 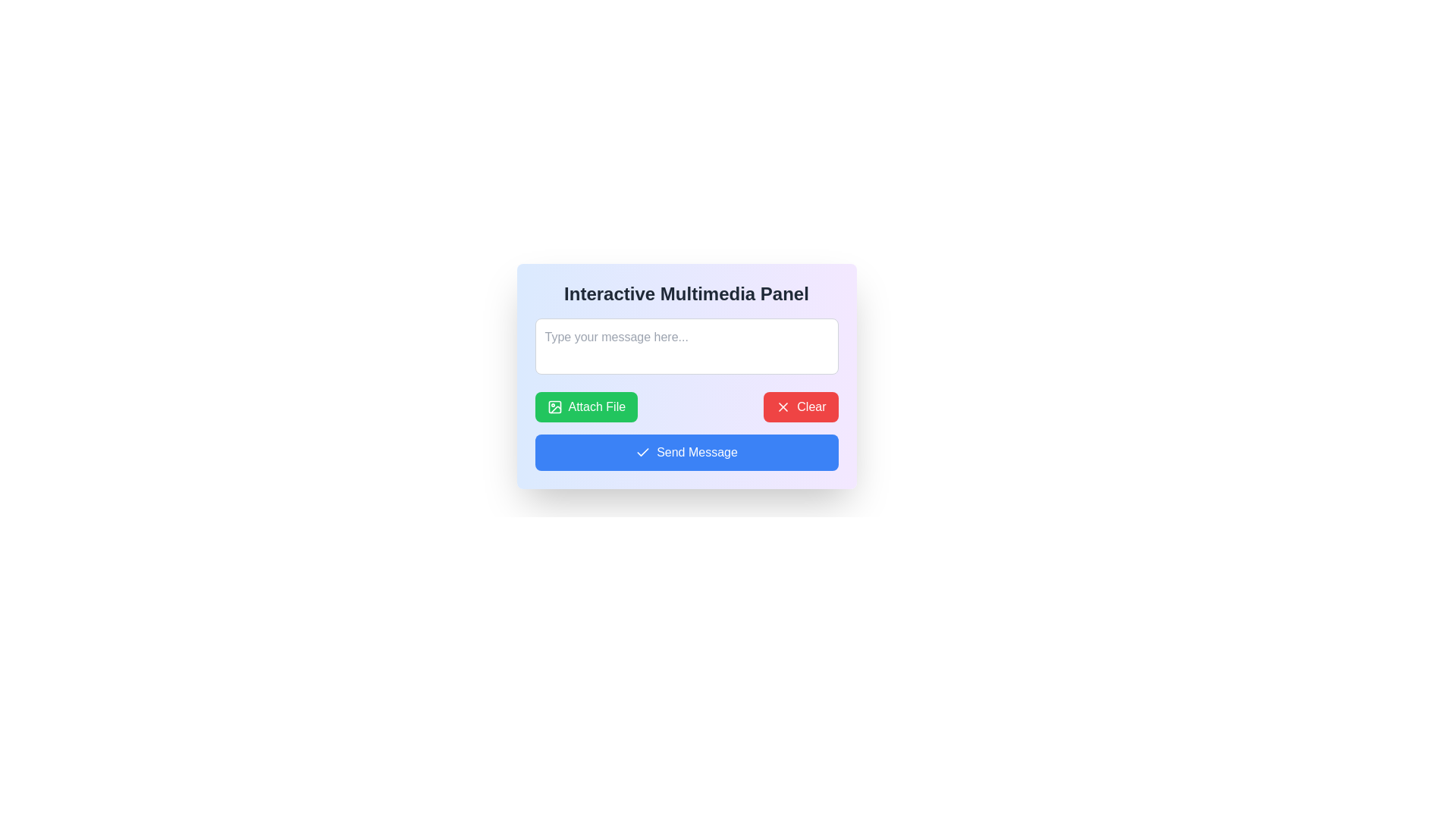 What do you see at coordinates (800, 406) in the screenshot?
I see `the red 'Clear' button with a white cross icon to change its background color` at bounding box center [800, 406].